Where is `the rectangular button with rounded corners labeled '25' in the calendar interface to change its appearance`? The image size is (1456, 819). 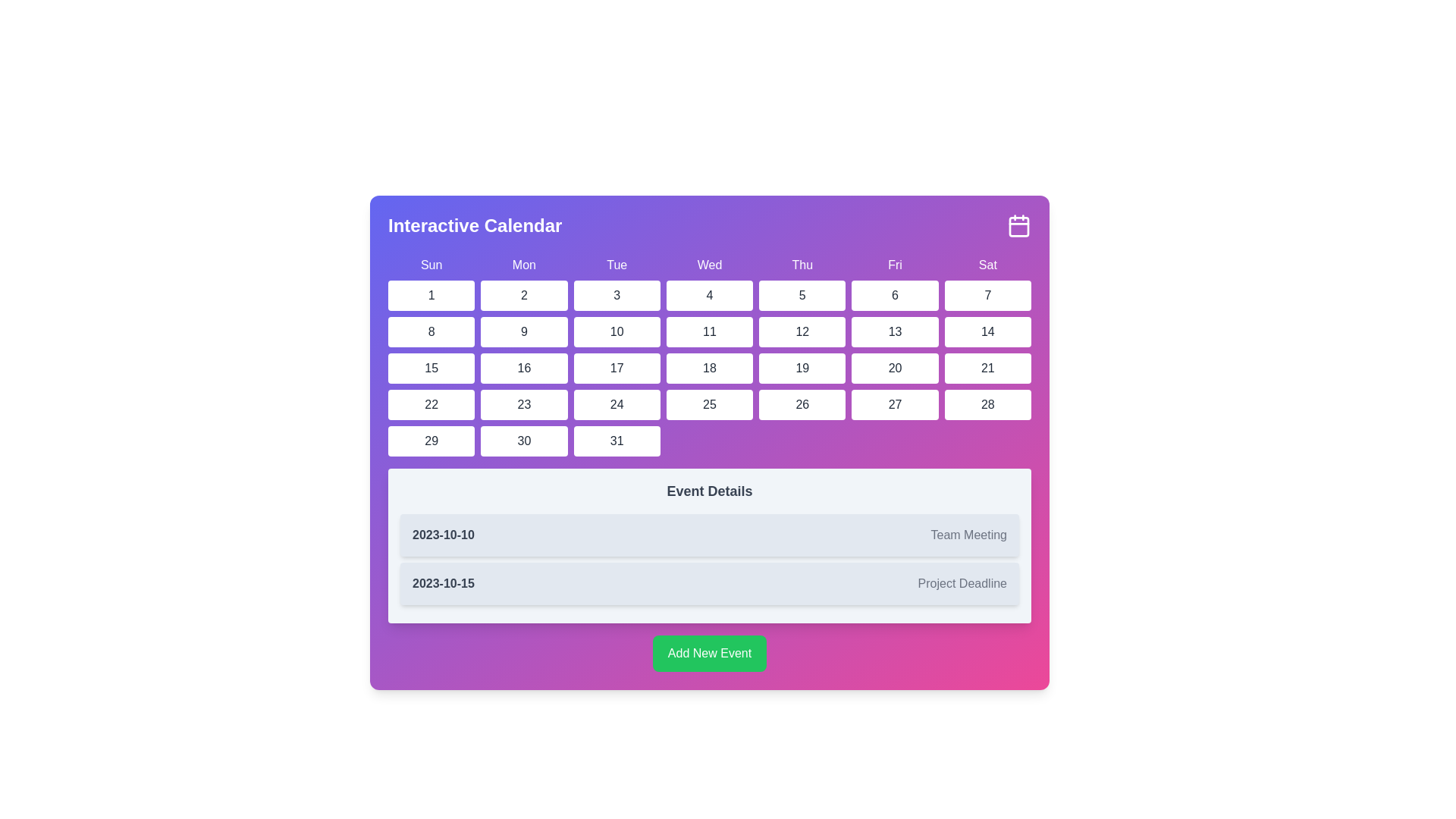
the rectangular button with rounded corners labeled '25' in the calendar interface to change its appearance is located at coordinates (709, 403).